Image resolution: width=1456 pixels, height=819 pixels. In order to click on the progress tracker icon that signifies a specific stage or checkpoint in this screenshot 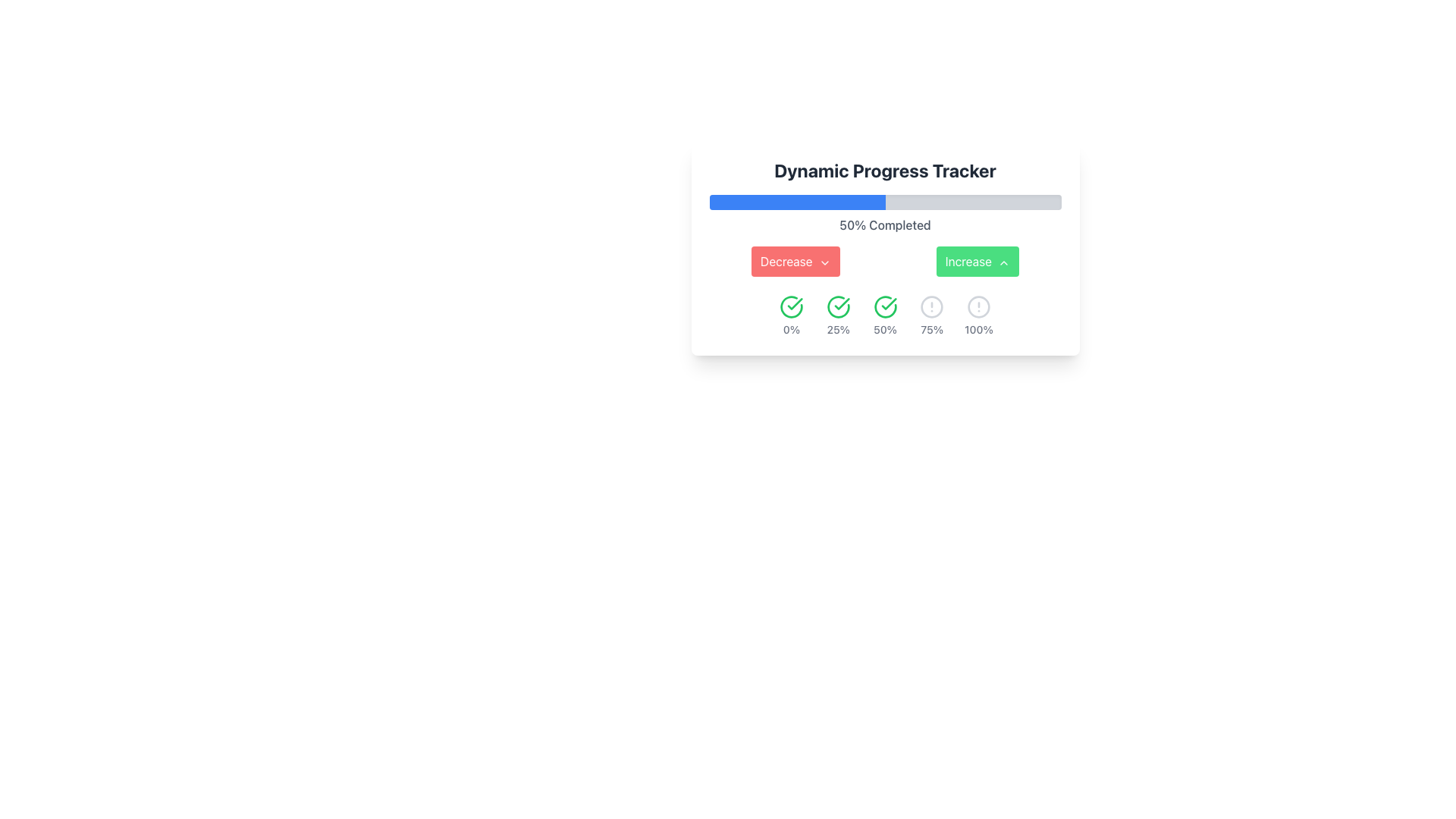, I will do `click(889, 304)`.